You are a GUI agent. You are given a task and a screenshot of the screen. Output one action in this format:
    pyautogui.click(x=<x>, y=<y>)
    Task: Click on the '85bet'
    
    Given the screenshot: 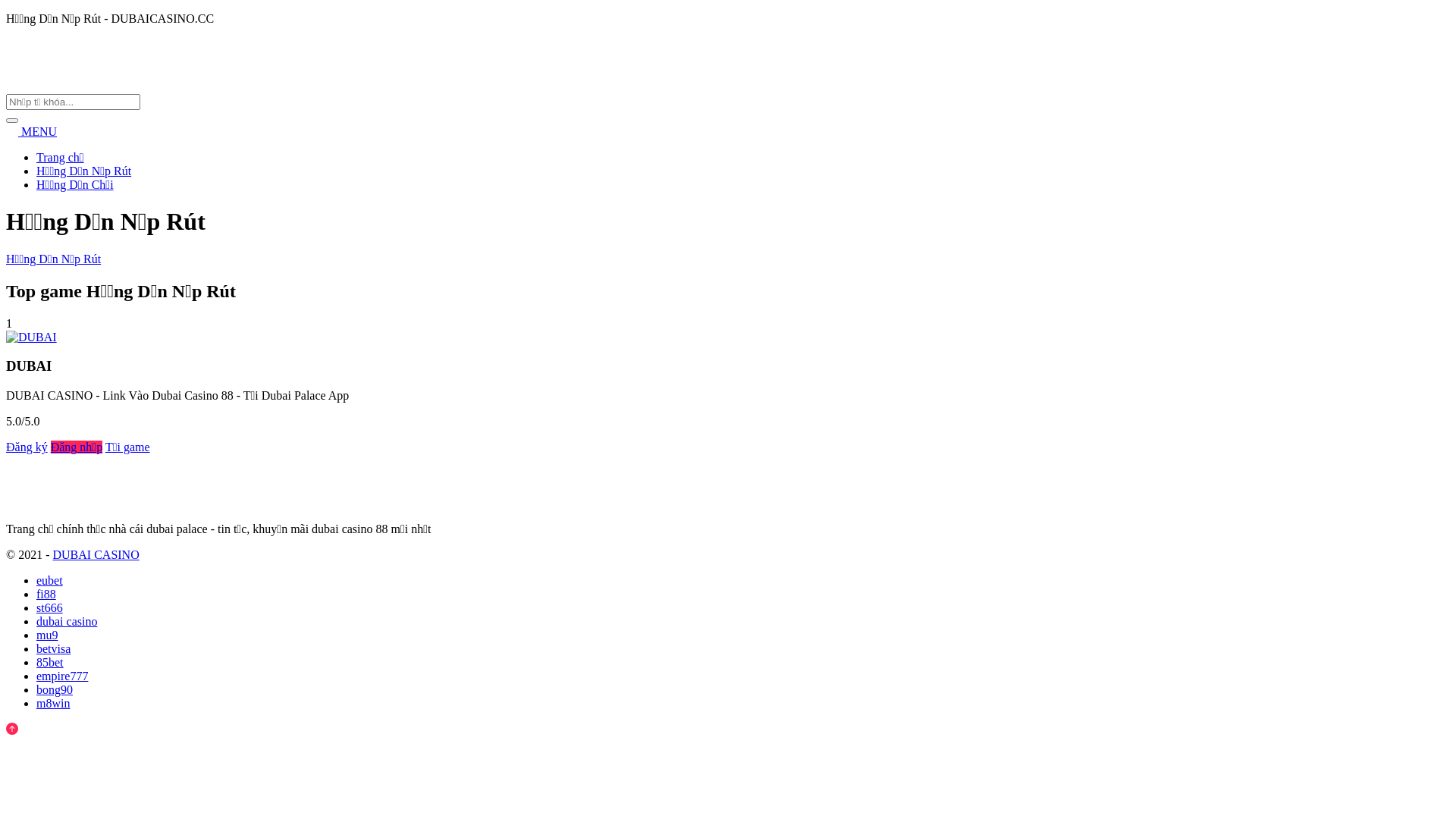 What is the action you would take?
    pyautogui.click(x=50, y=661)
    